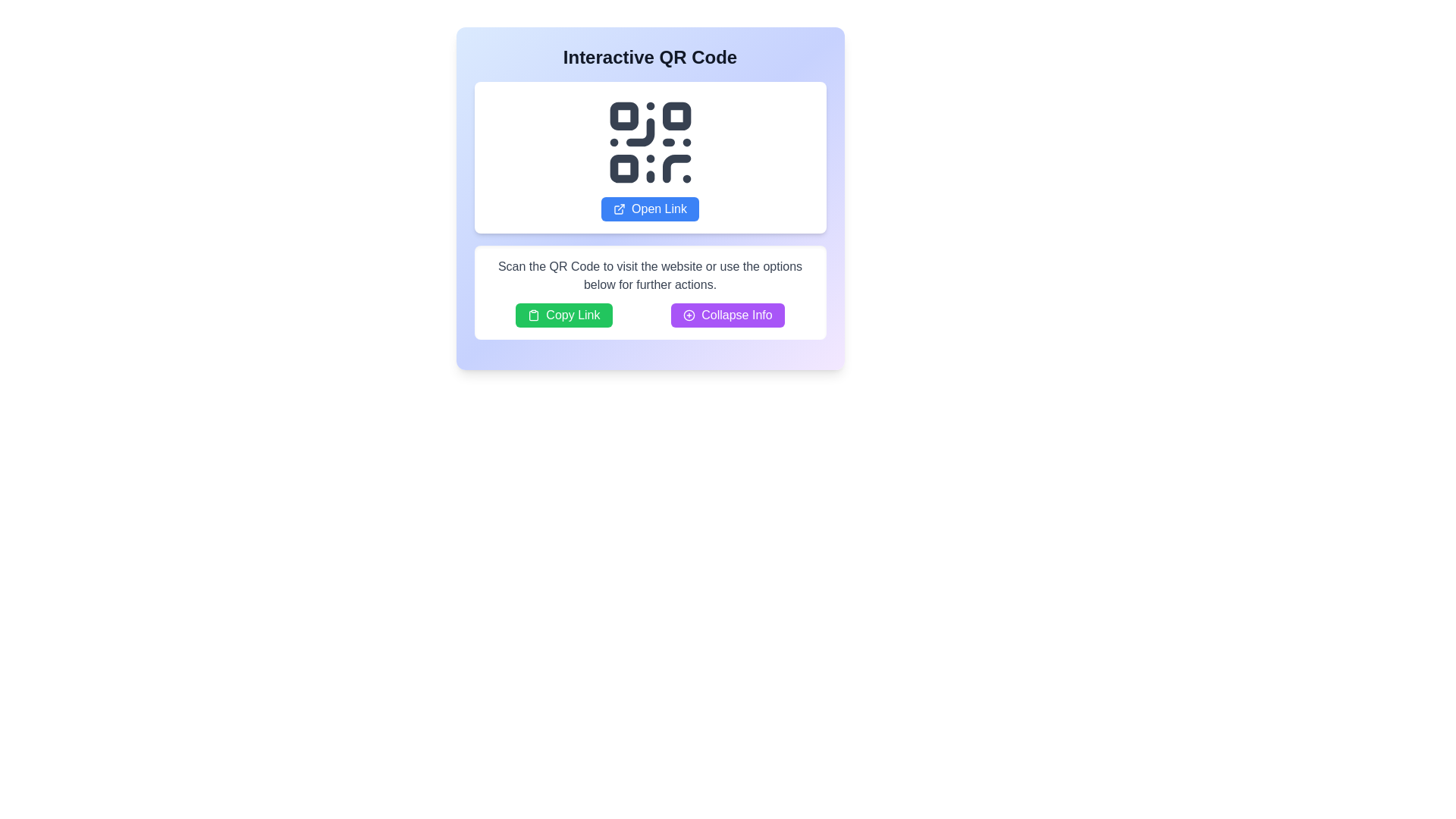  I want to click on the external link icon, which is a small rectangle with a diagonal arrow, located to the left of the text 'Open Link' within a blue button in the top-middle section of the interface, so click(619, 209).